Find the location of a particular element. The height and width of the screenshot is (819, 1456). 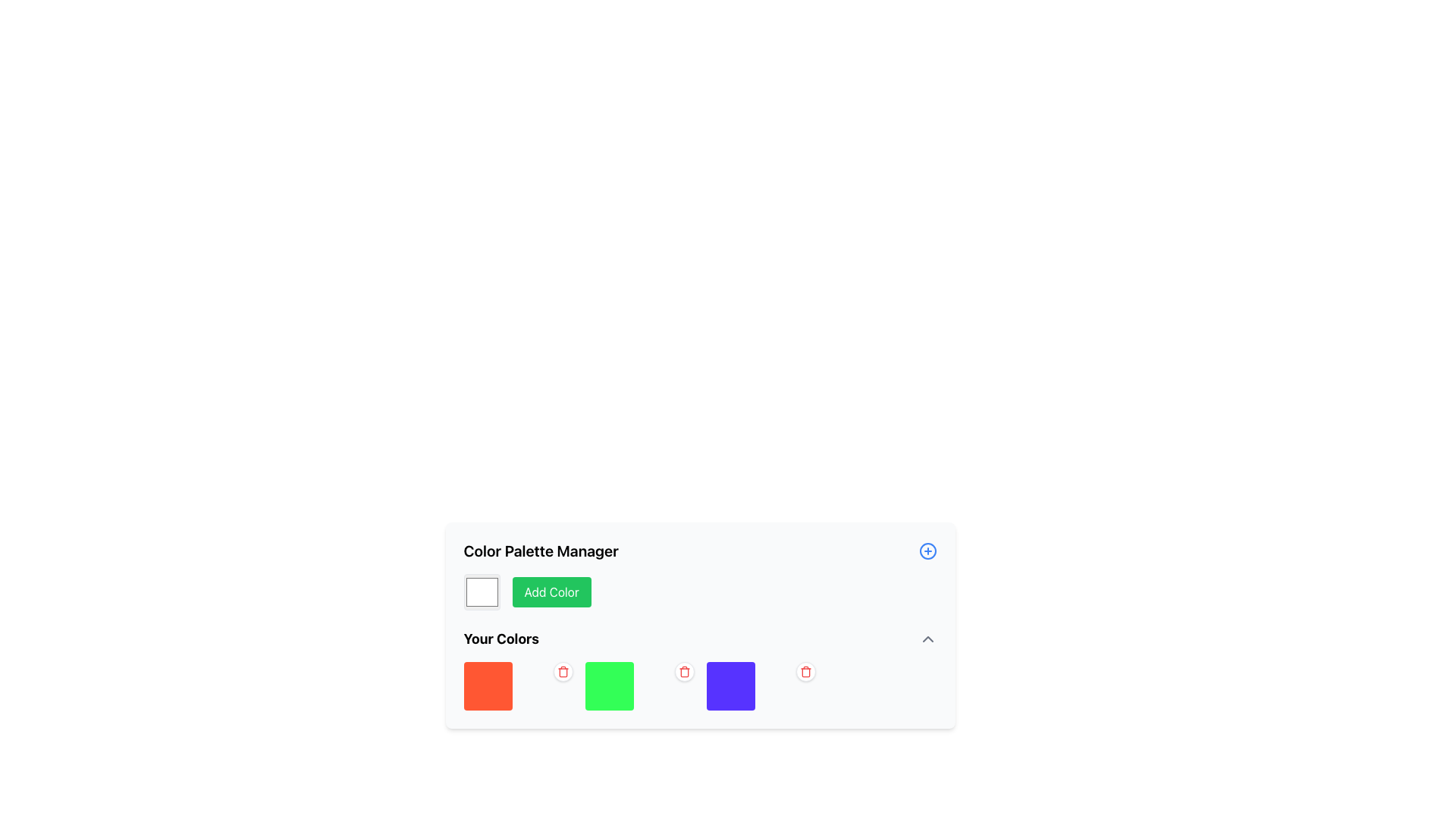

the 'Add Color' button with a green background located in the 'Color Palette Manager' section to observe the hover effect is located at coordinates (551, 591).